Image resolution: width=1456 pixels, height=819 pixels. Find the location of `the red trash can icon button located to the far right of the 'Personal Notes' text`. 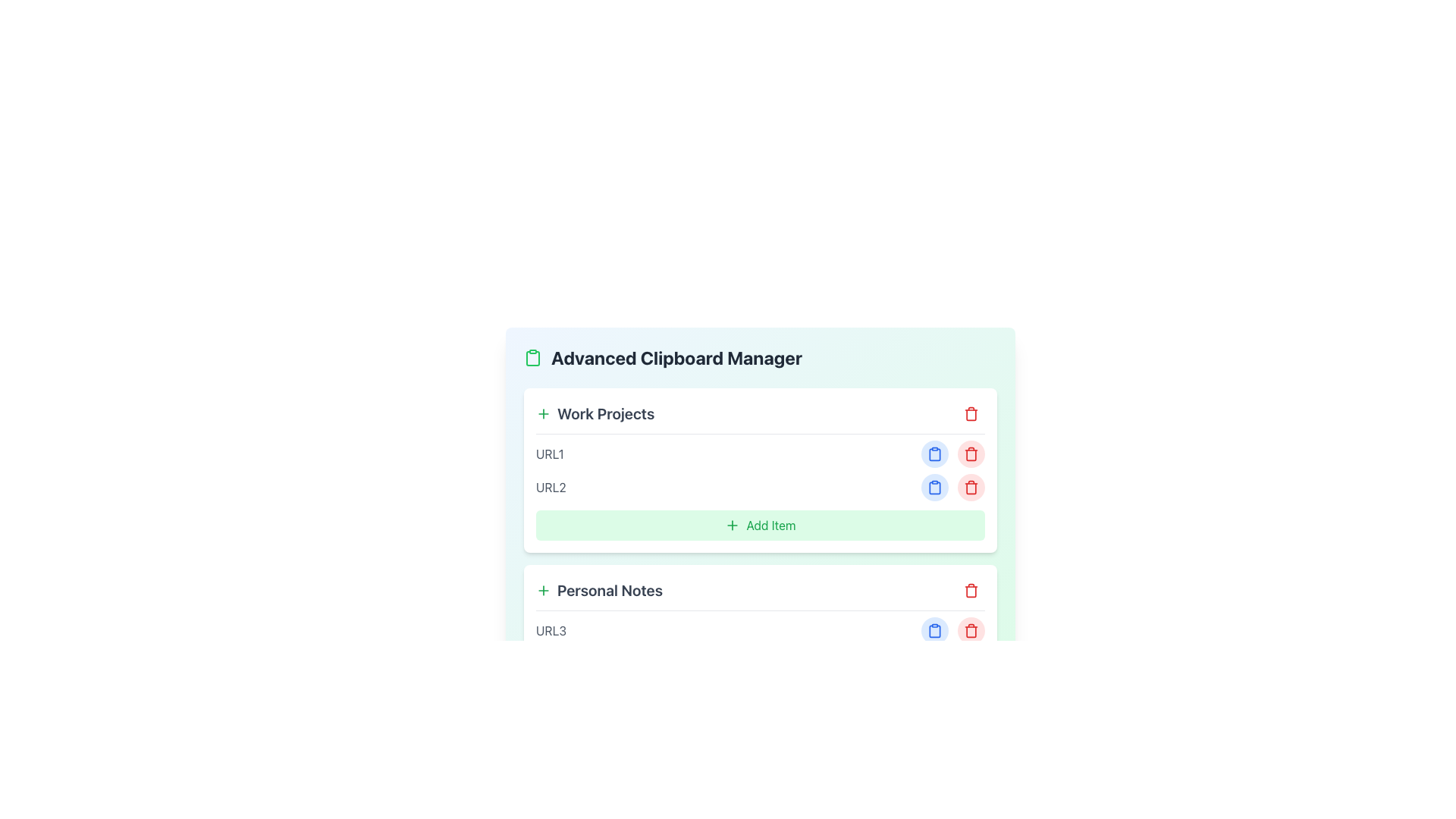

the red trash can icon button located to the far right of the 'Personal Notes' text is located at coordinates (971, 590).